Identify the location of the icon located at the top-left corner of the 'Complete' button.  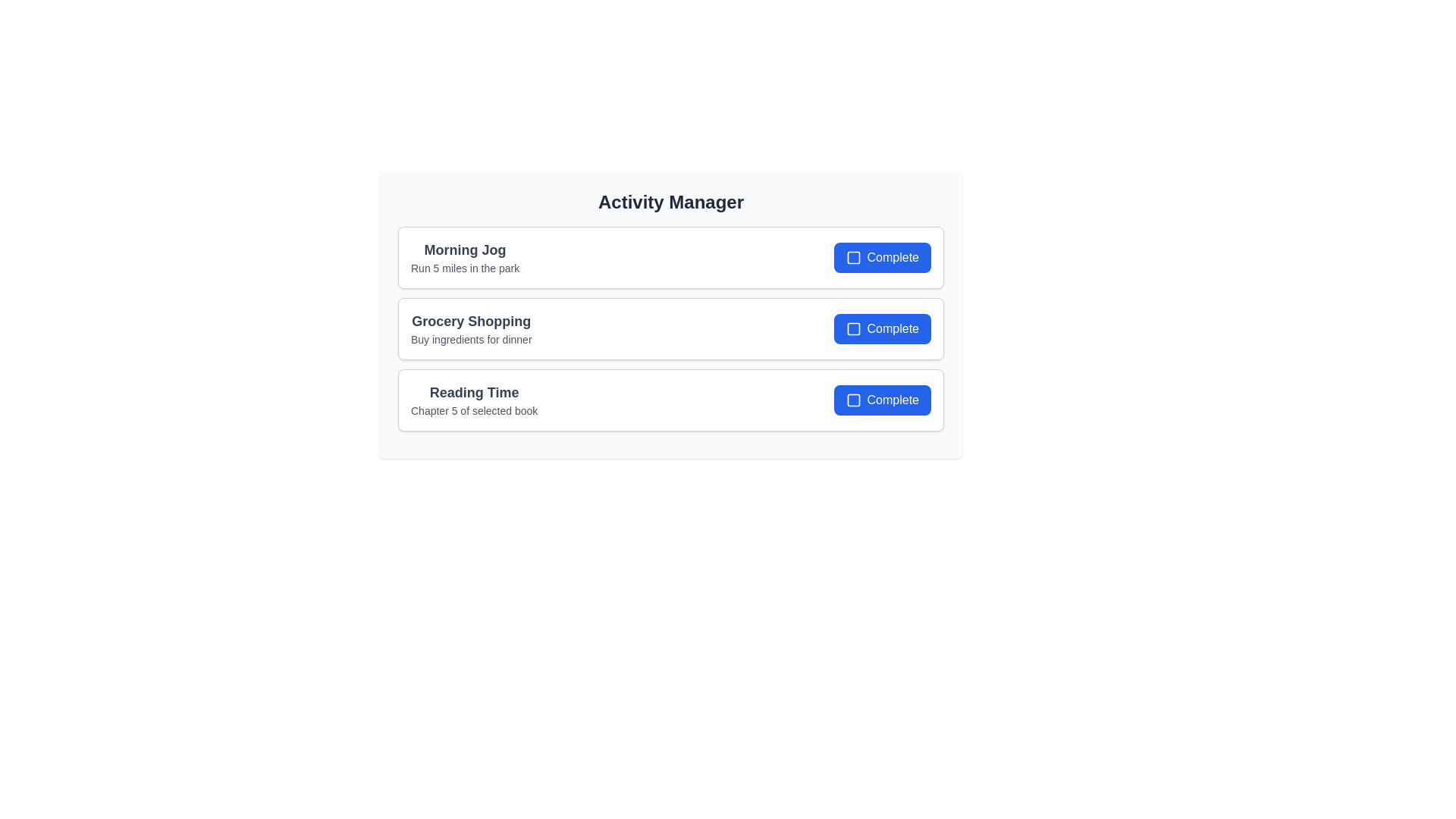
(852, 400).